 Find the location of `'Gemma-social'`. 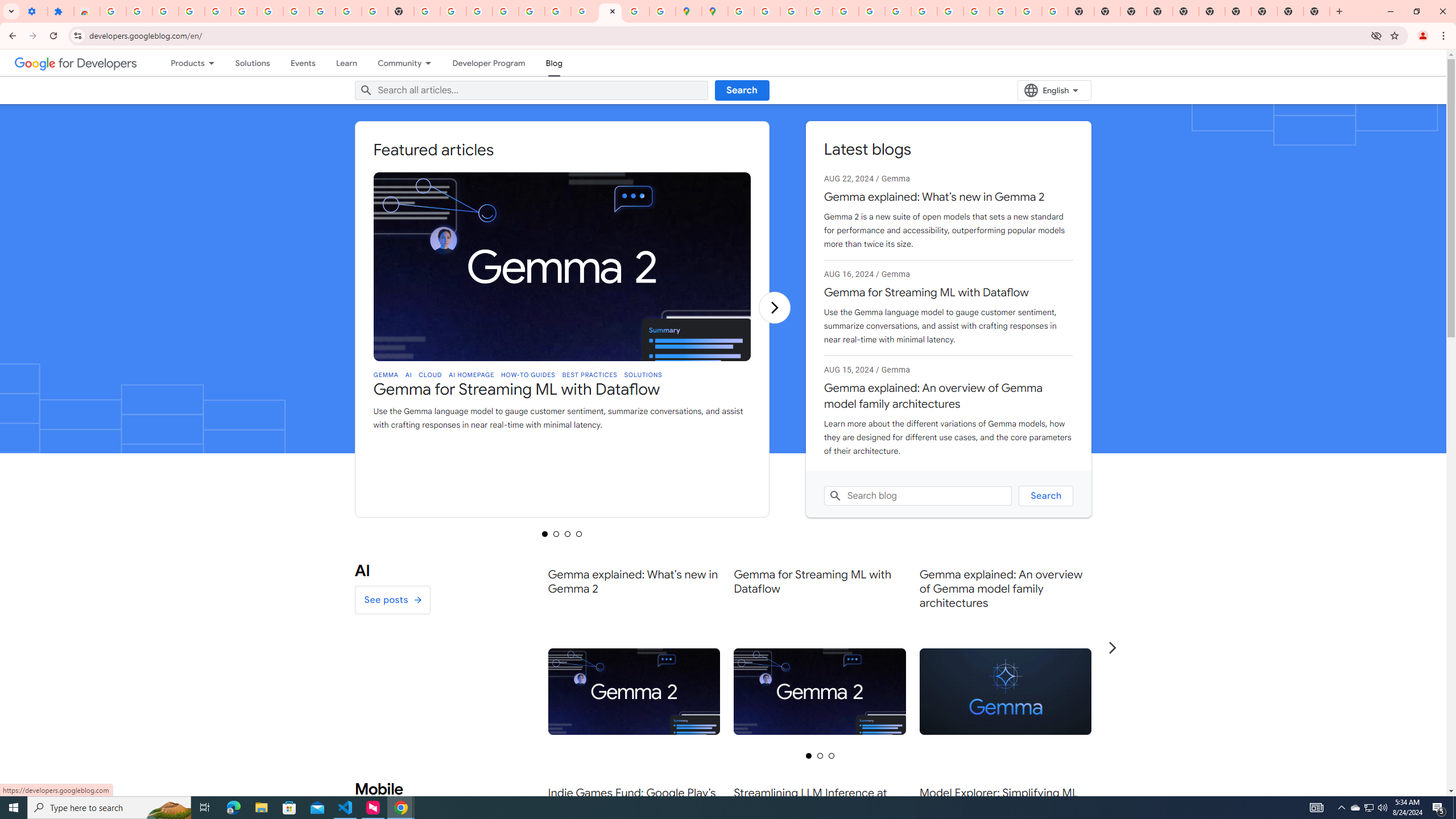

'Gemma-social' is located at coordinates (1004, 691).